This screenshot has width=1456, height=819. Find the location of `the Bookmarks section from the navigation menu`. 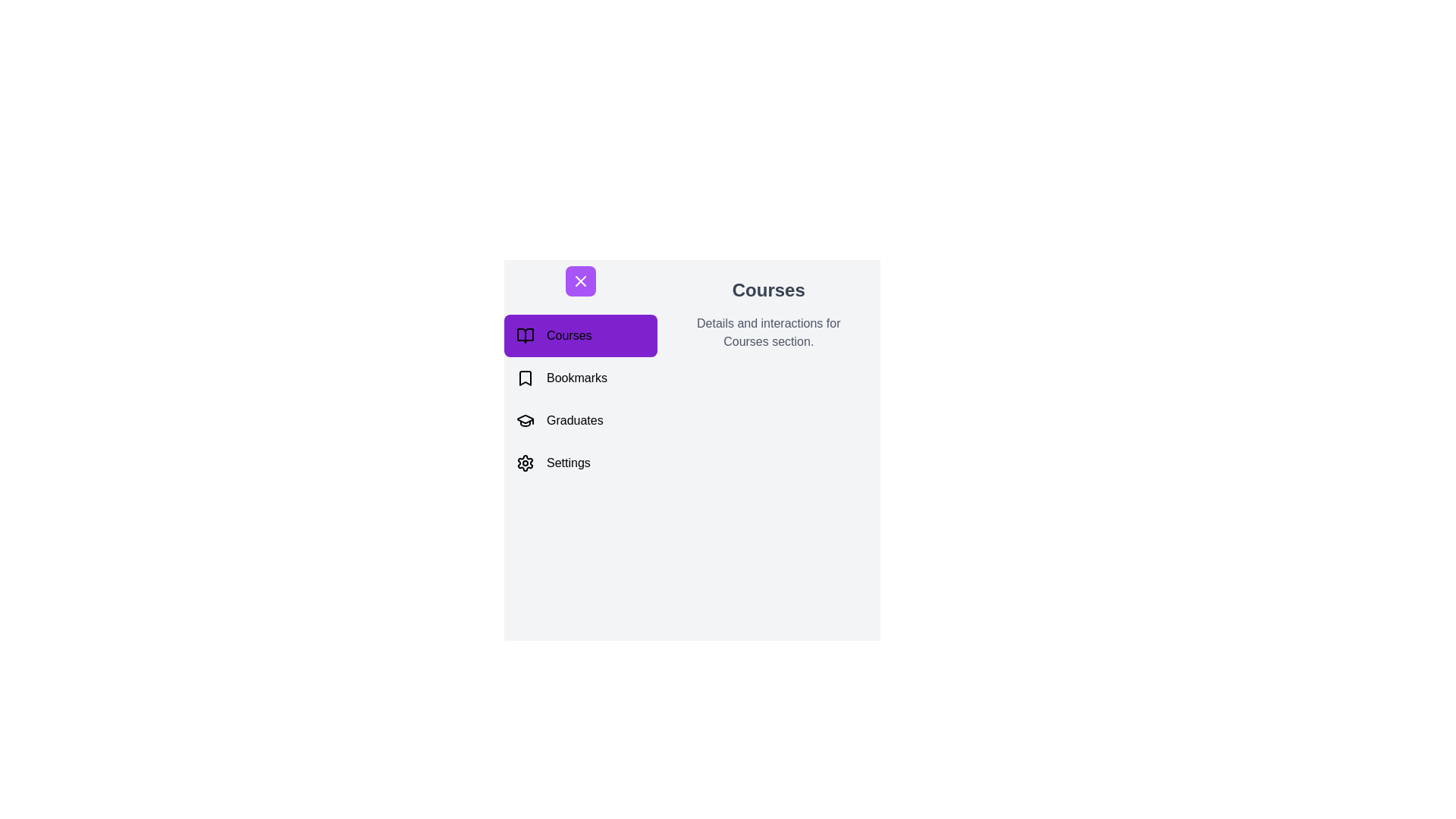

the Bookmarks section from the navigation menu is located at coordinates (579, 377).